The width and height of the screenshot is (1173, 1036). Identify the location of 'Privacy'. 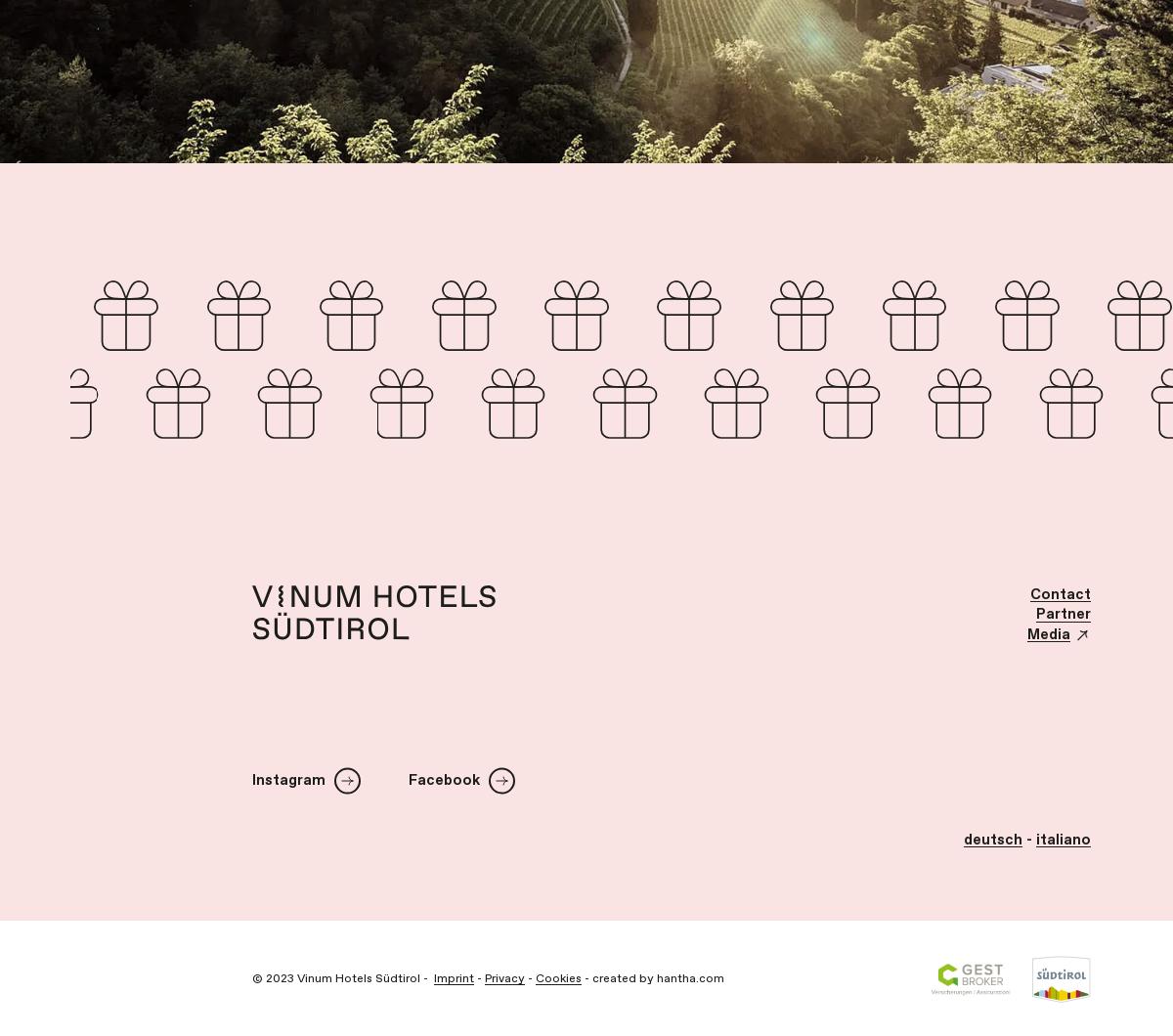
(503, 976).